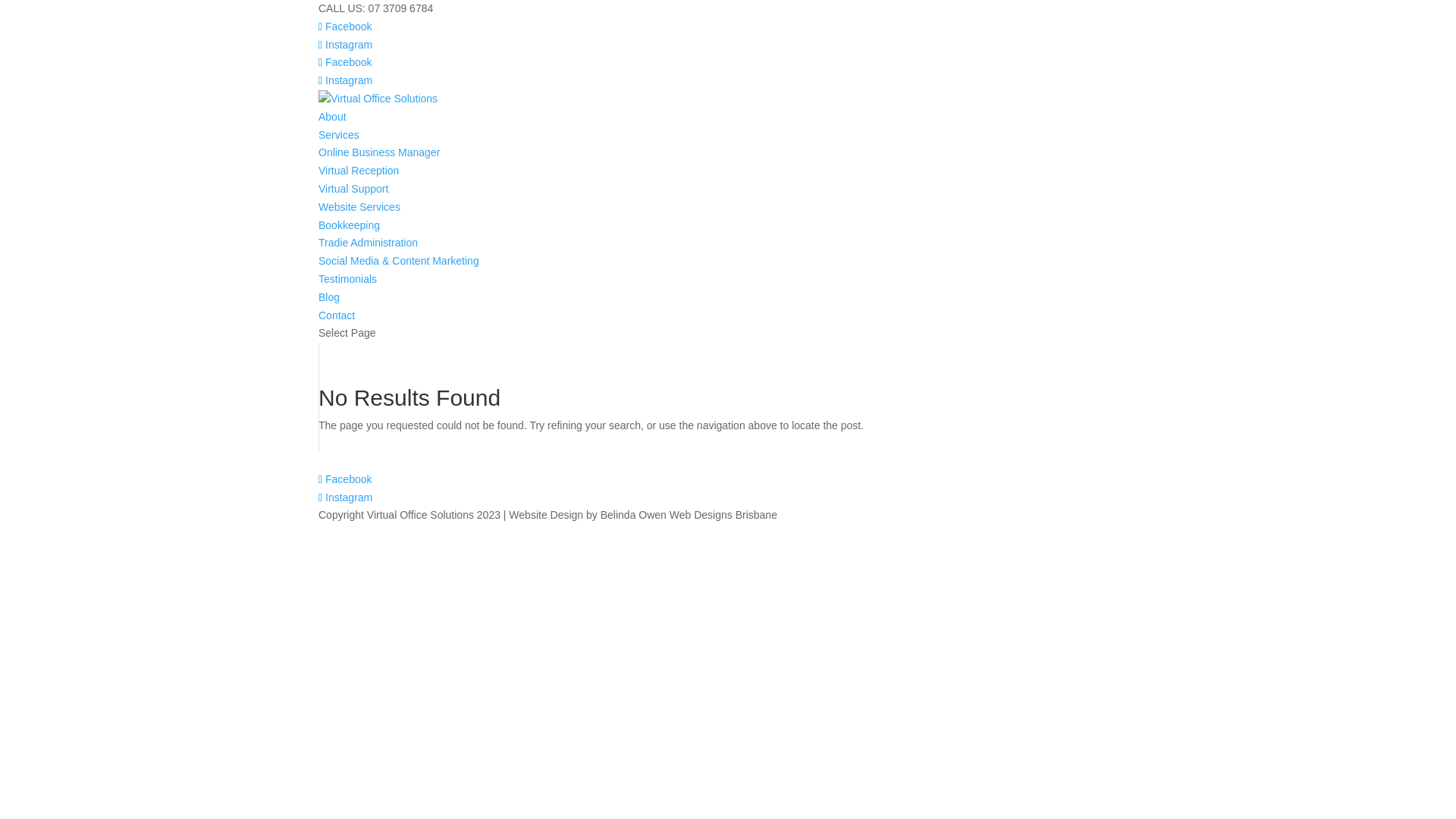 The height and width of the screenshot is (819, 1456). What do you see at coordinates (318, 116) in the screenshot?
I see `'About'` at bounding box center [318, 116].